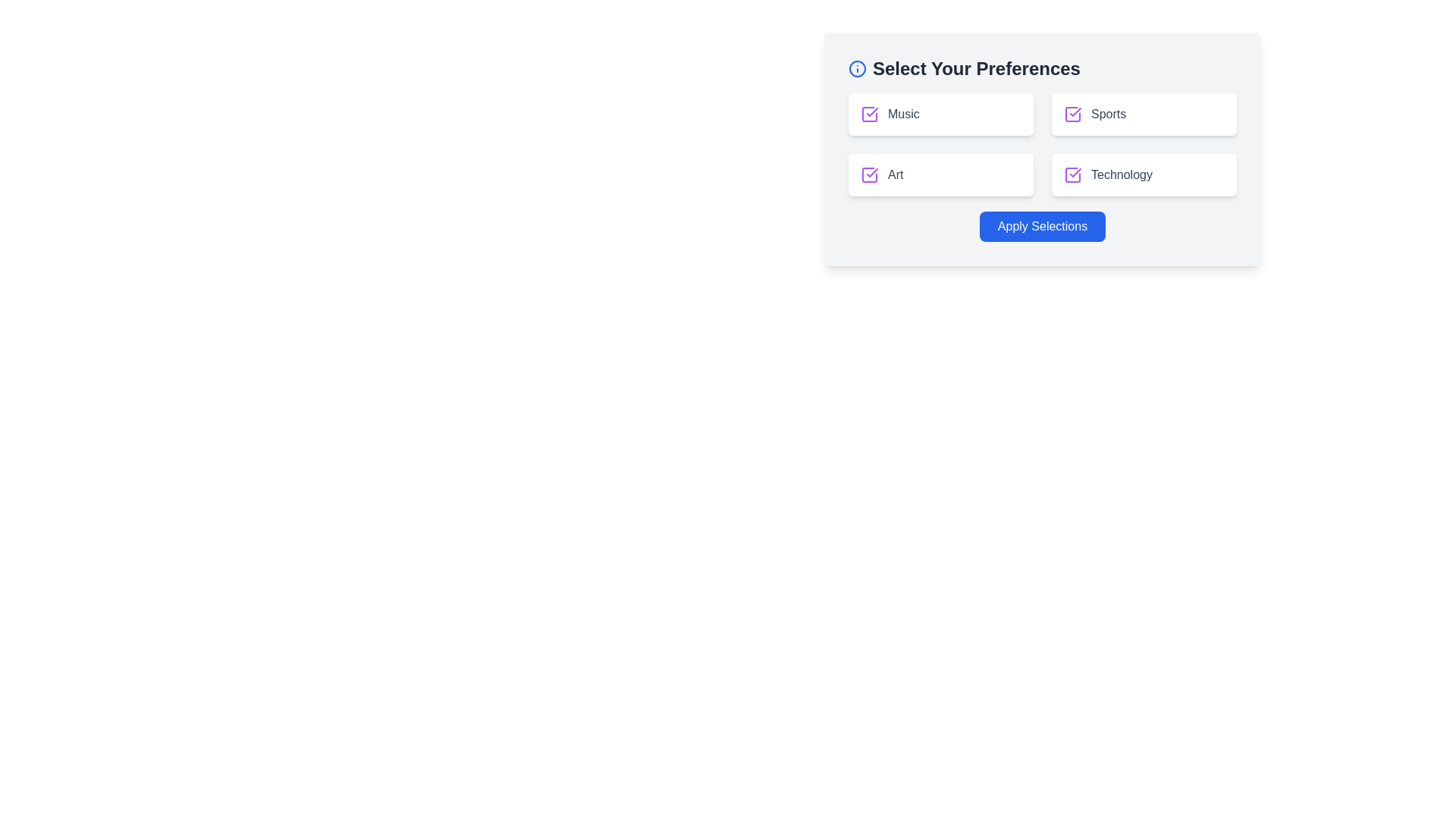  Describe the element at coordinates (1144, 174) in the screenshot. I see `the group of checkboxes including the 'Technology' checkbox located in the bottom-right corner under the 'Select Your Preferences' header` at that location.